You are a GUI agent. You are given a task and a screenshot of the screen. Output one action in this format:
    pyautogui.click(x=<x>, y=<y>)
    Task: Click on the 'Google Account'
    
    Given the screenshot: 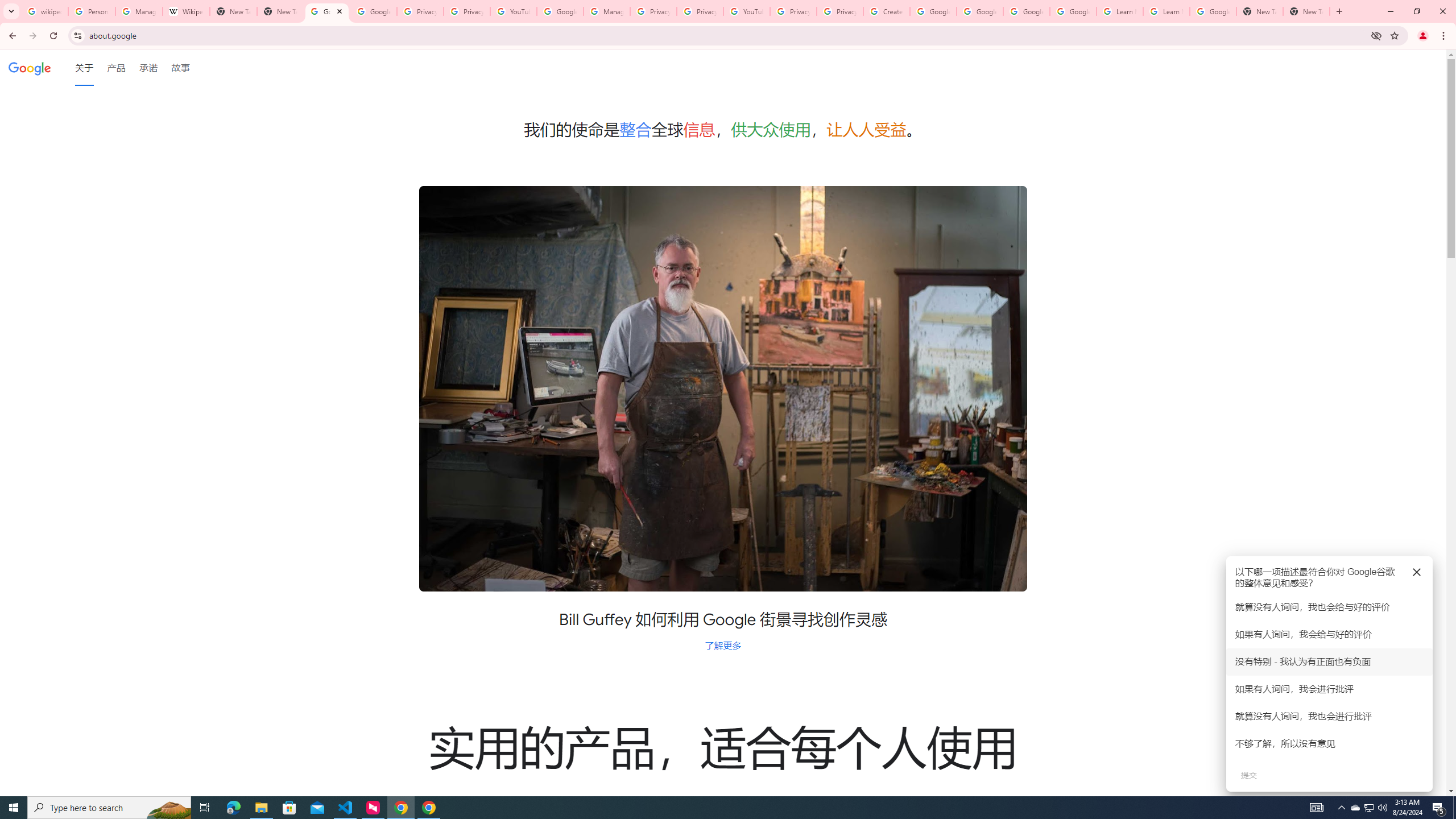 What is the action you would take?
    pyautogui.click(x=1213, y=11)
    